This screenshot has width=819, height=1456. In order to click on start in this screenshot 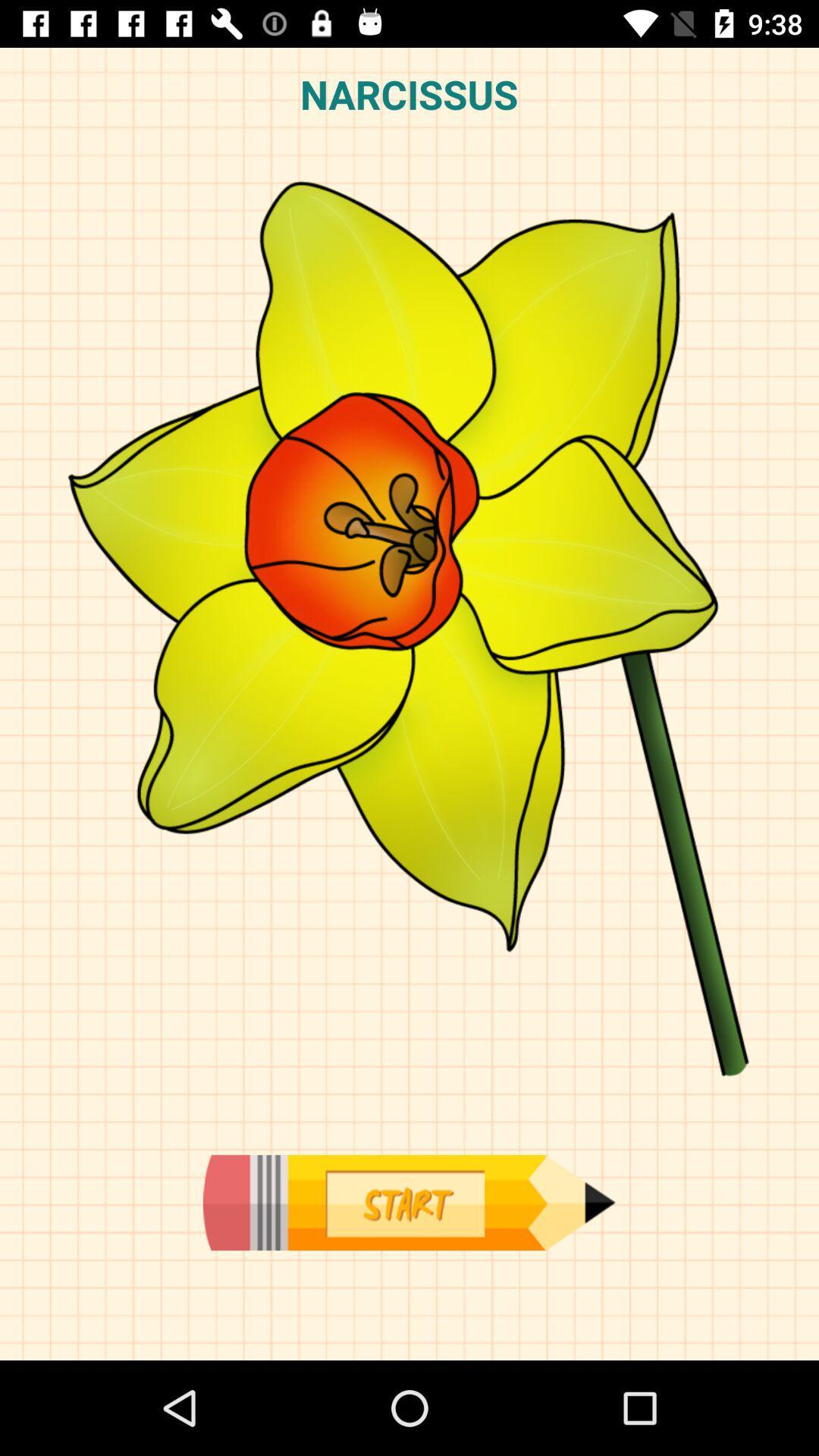, I will do `click(408, 1202)`.